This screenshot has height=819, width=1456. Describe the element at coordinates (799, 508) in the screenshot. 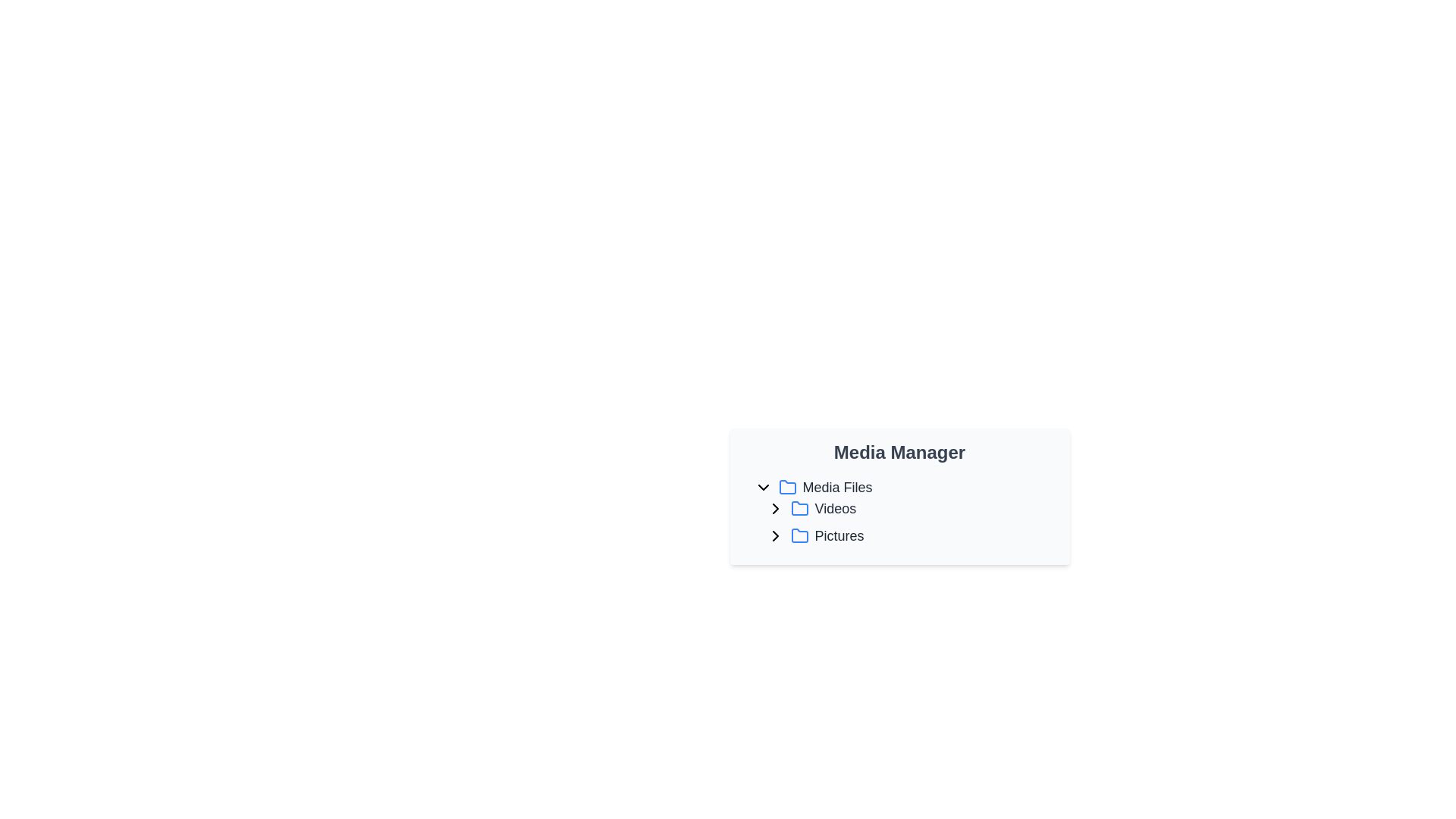

I see `the folder icon with a blue outline and white-filled background located in the 'Videos' row under the 'Media Files' section of the navigation menu` at that location.